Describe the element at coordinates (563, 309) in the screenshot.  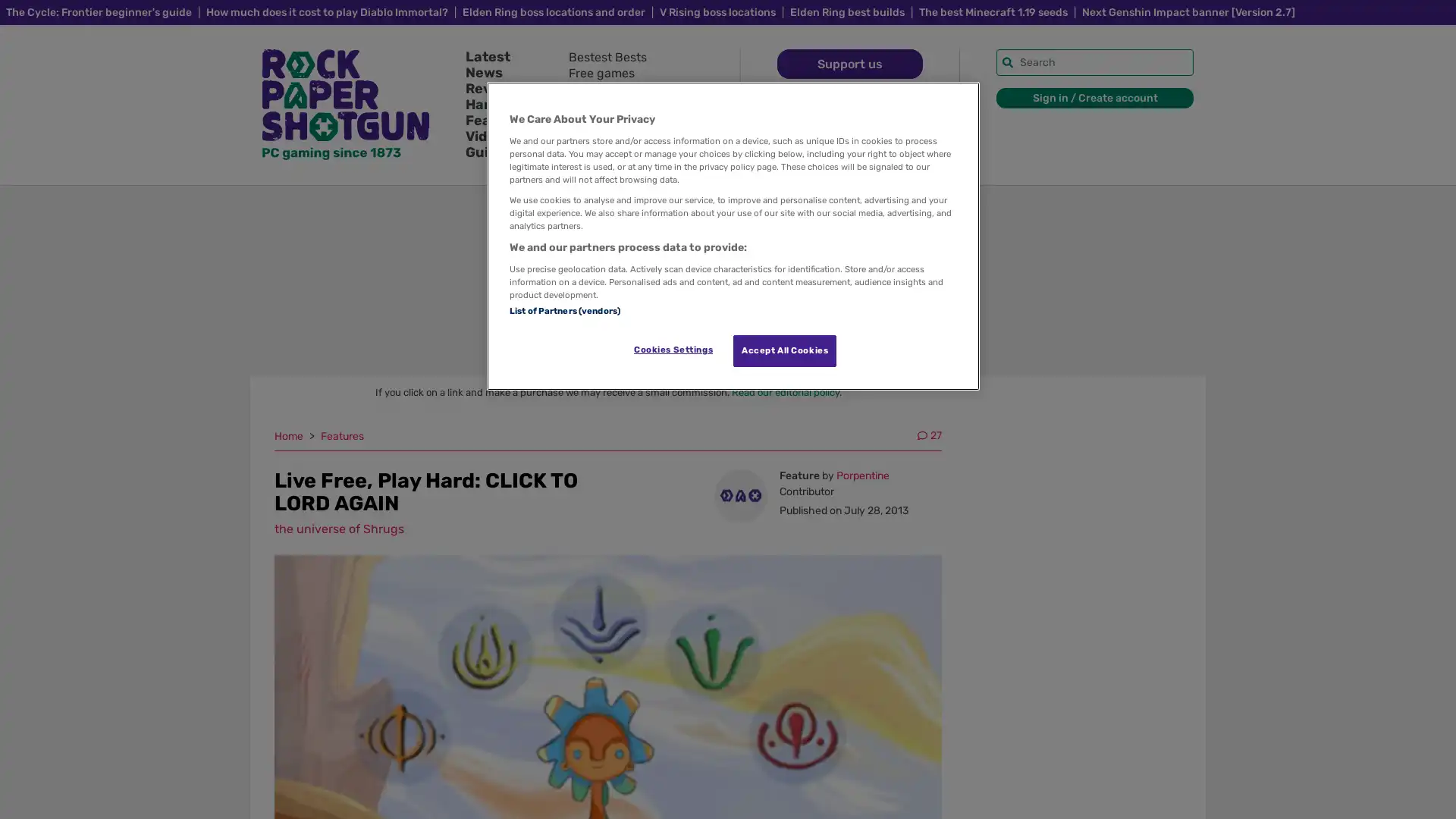
I see `List of Partners (vendors)` at that location.